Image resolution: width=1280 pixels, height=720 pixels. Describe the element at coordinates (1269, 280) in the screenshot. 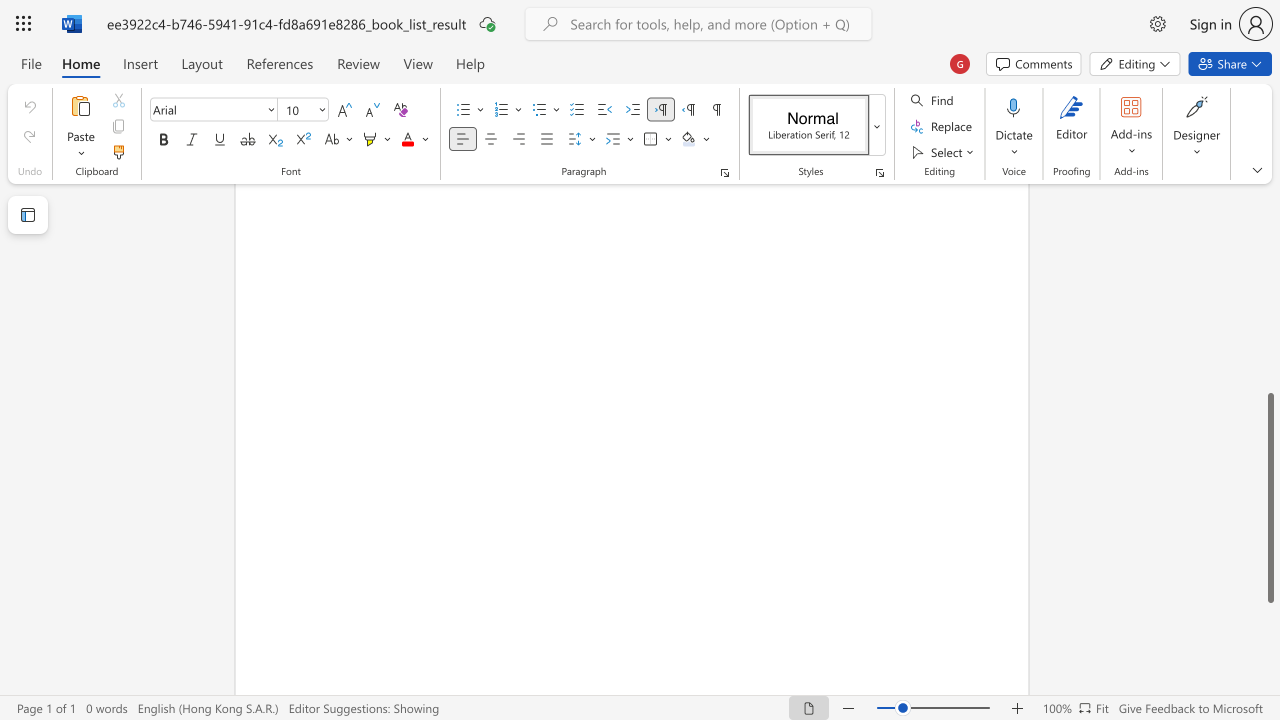

I see `the scrollbar to move the view up` at that location.